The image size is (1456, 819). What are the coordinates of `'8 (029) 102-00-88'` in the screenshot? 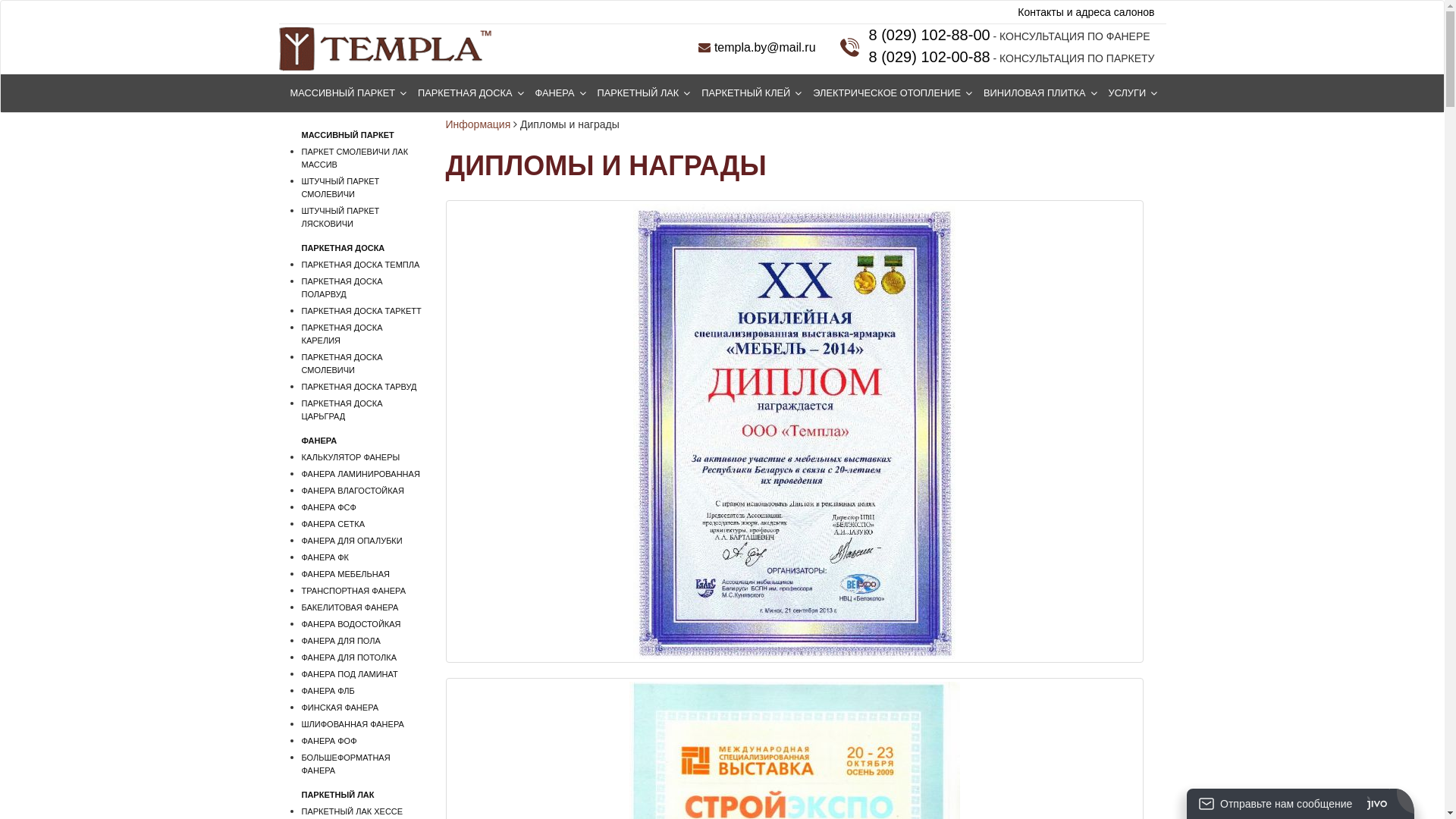 It's located at (928, 55).